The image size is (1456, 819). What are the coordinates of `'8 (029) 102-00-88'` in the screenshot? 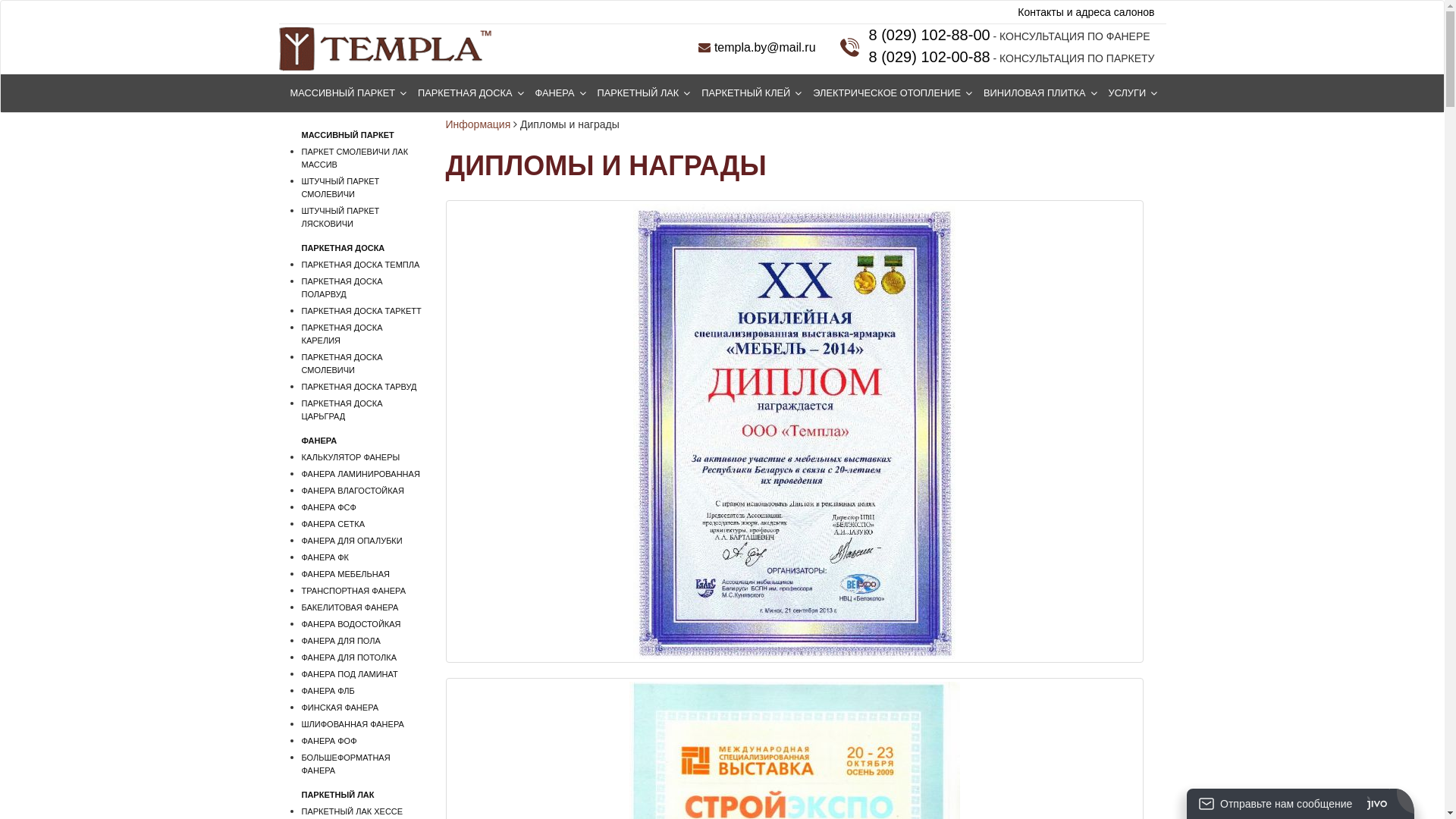 It's located at (928, 55).